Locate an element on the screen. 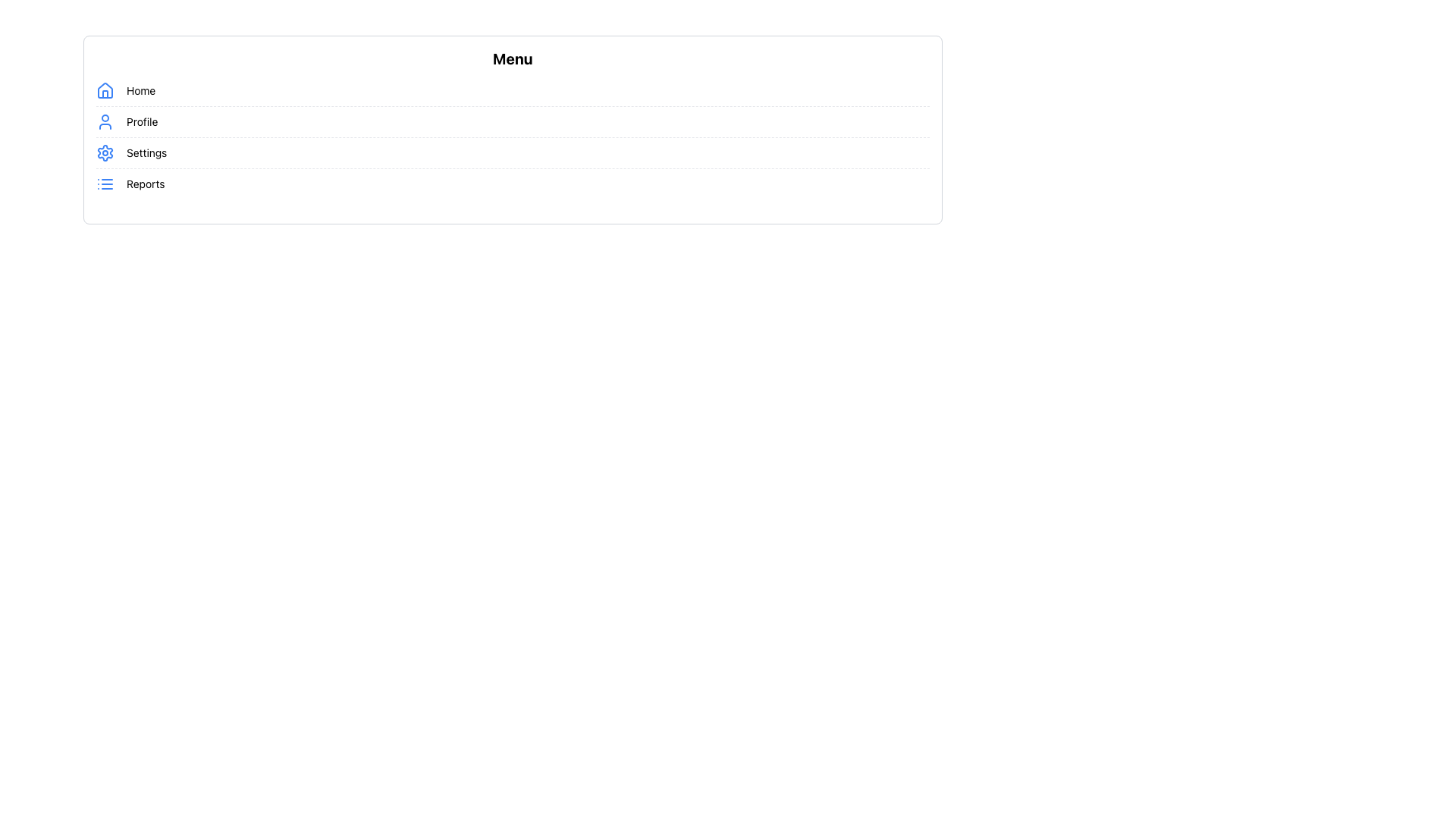 This screenshot has height=819, width=1456. the house-shaped icon with a blue stroke in the navigation menu, which is positioned to the left of the 'Home' text is located at coordinates (105, 90).